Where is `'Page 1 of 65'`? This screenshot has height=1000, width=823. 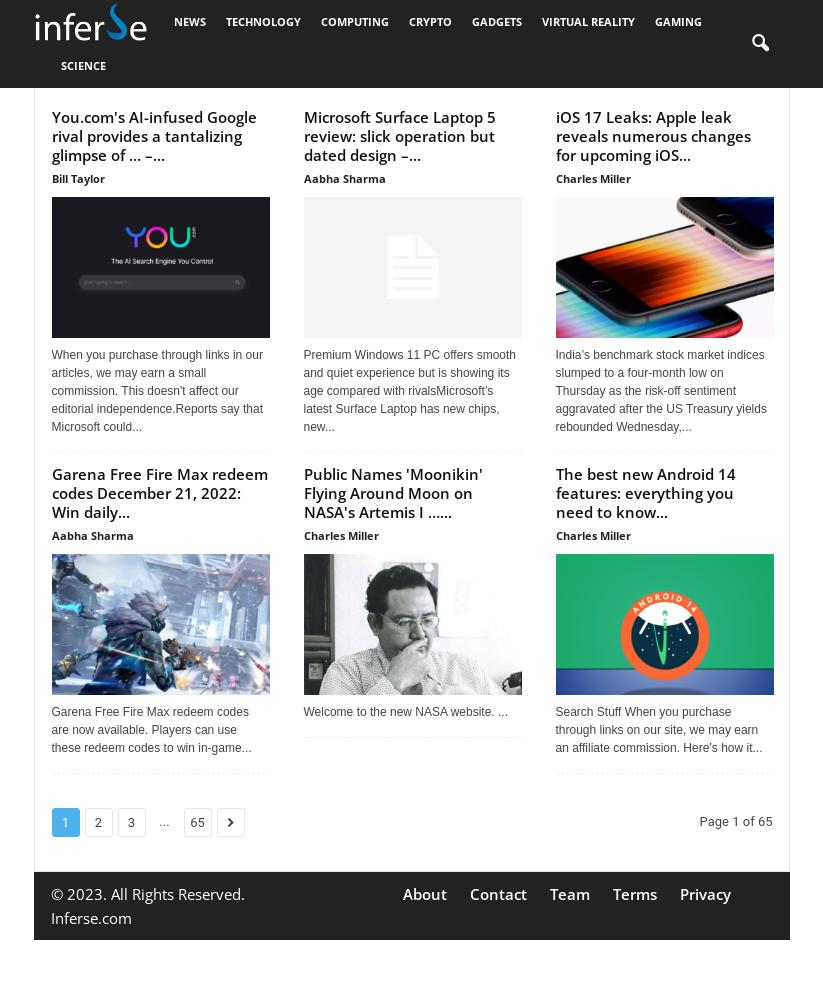
'Page 1 of 65' is located at coordinates (735, 820).